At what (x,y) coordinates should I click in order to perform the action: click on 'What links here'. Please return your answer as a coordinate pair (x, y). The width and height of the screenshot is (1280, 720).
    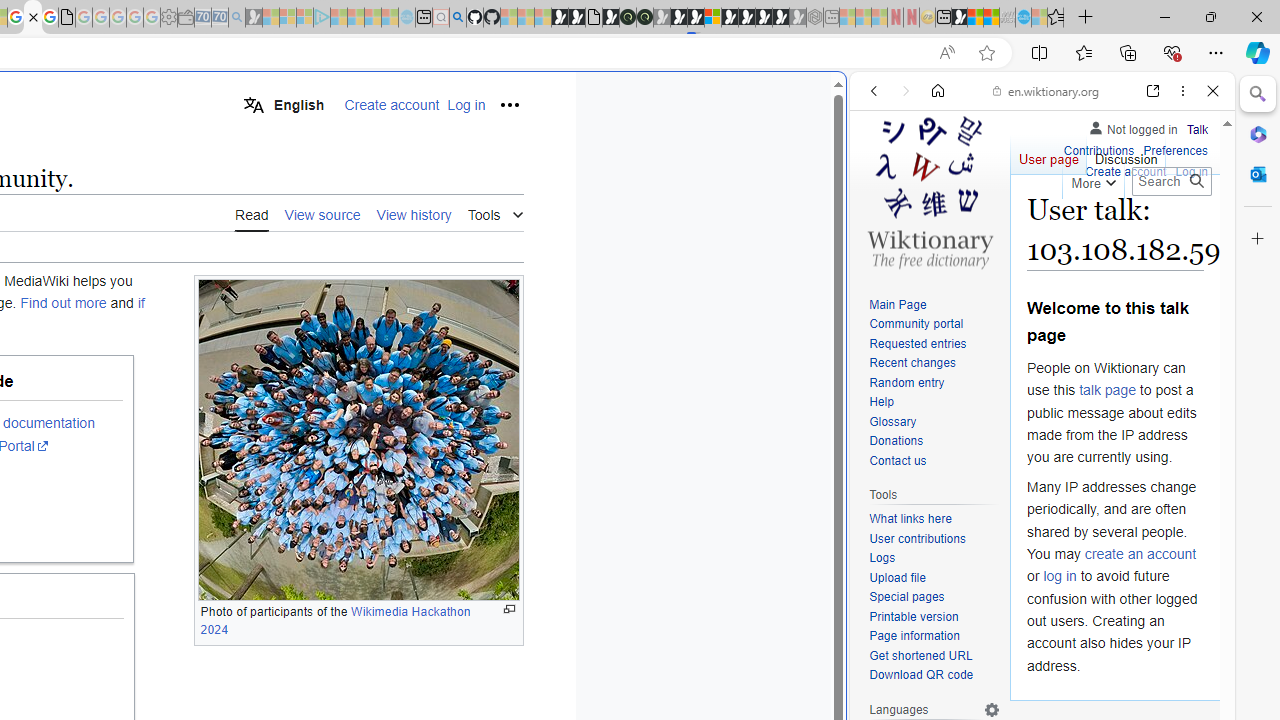
    Looking at the image, I should click on (909, 518).